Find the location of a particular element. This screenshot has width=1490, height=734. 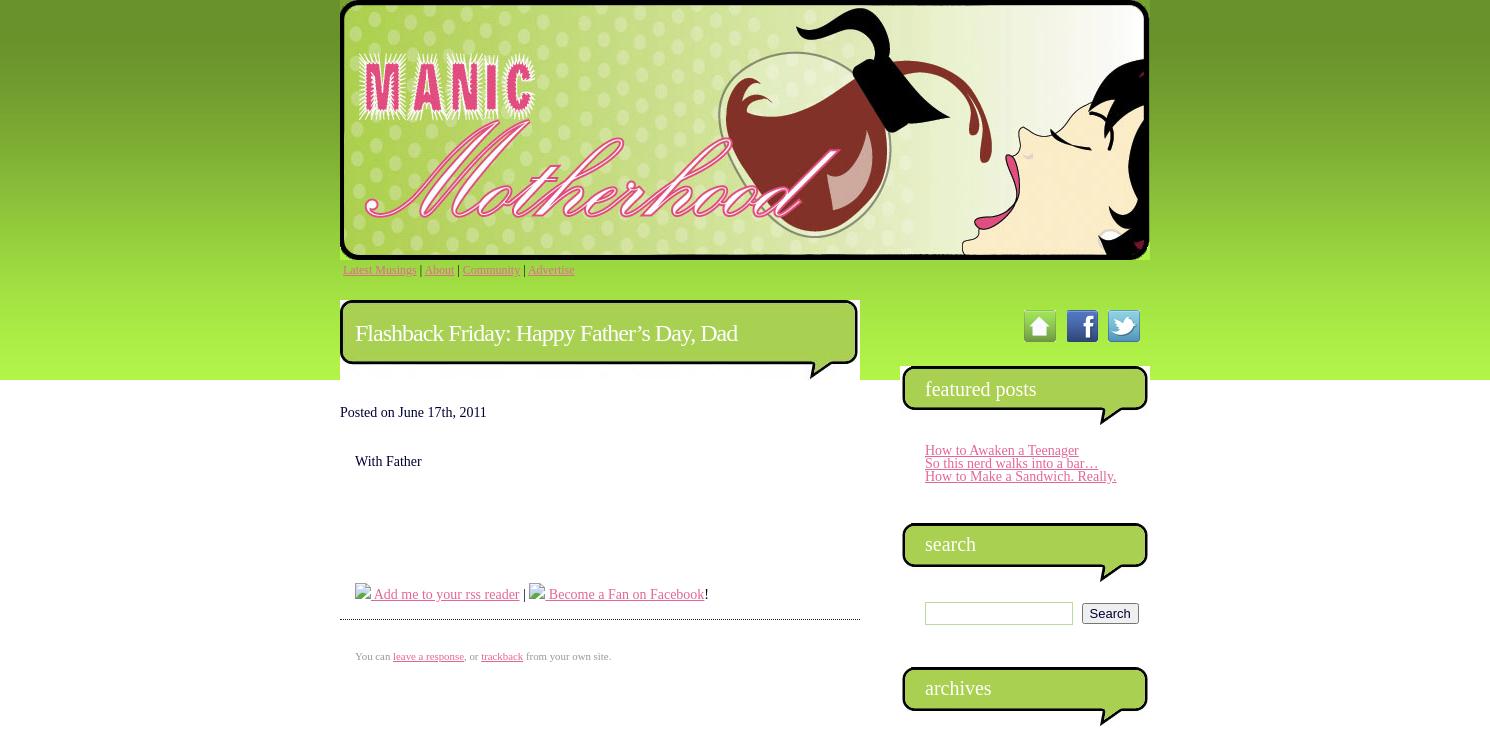

'With Father' is located at coordinates (387, 461).